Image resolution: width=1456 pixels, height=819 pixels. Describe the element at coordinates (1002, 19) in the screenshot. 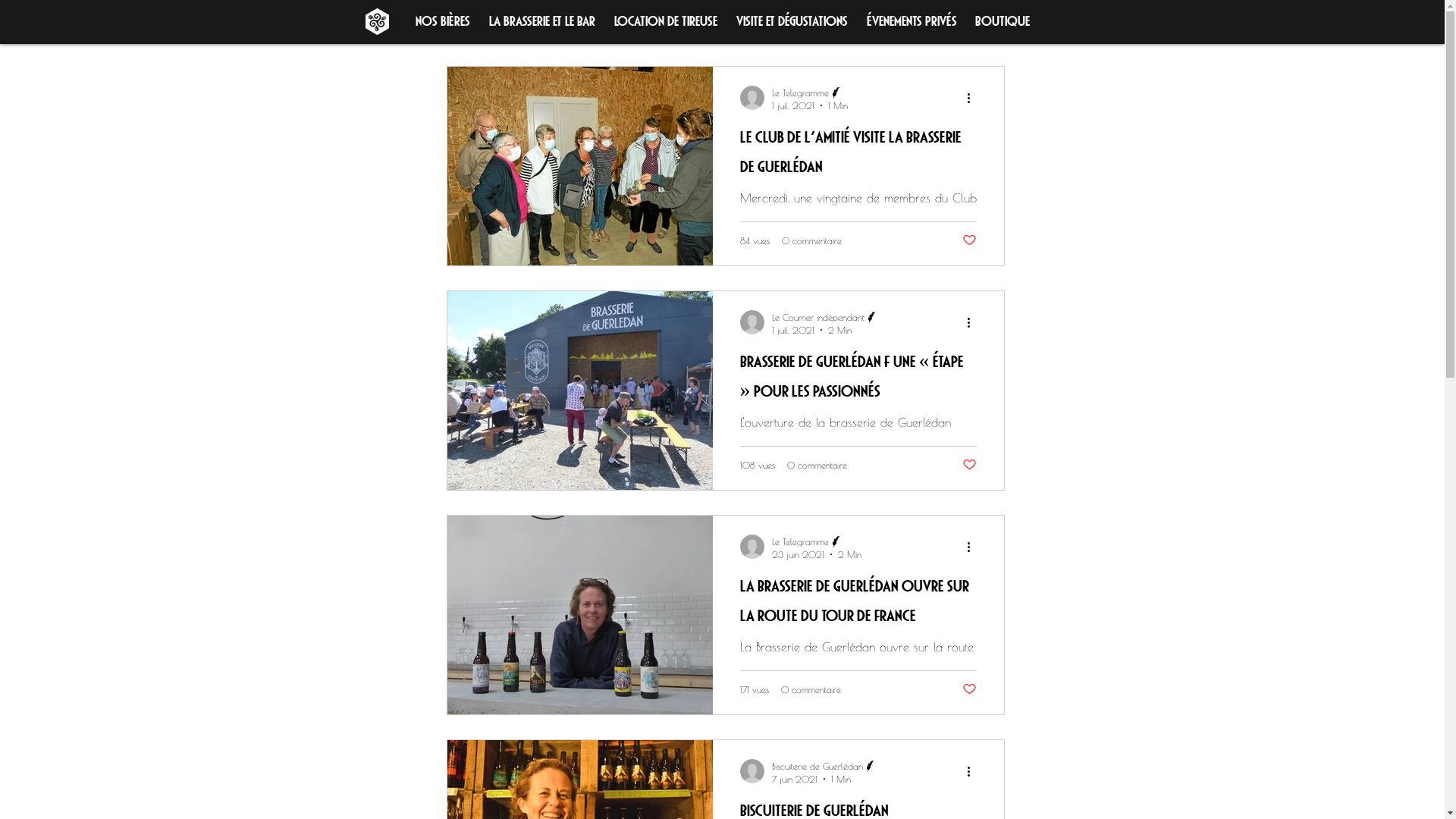

I see `'Boutique'` at that location.